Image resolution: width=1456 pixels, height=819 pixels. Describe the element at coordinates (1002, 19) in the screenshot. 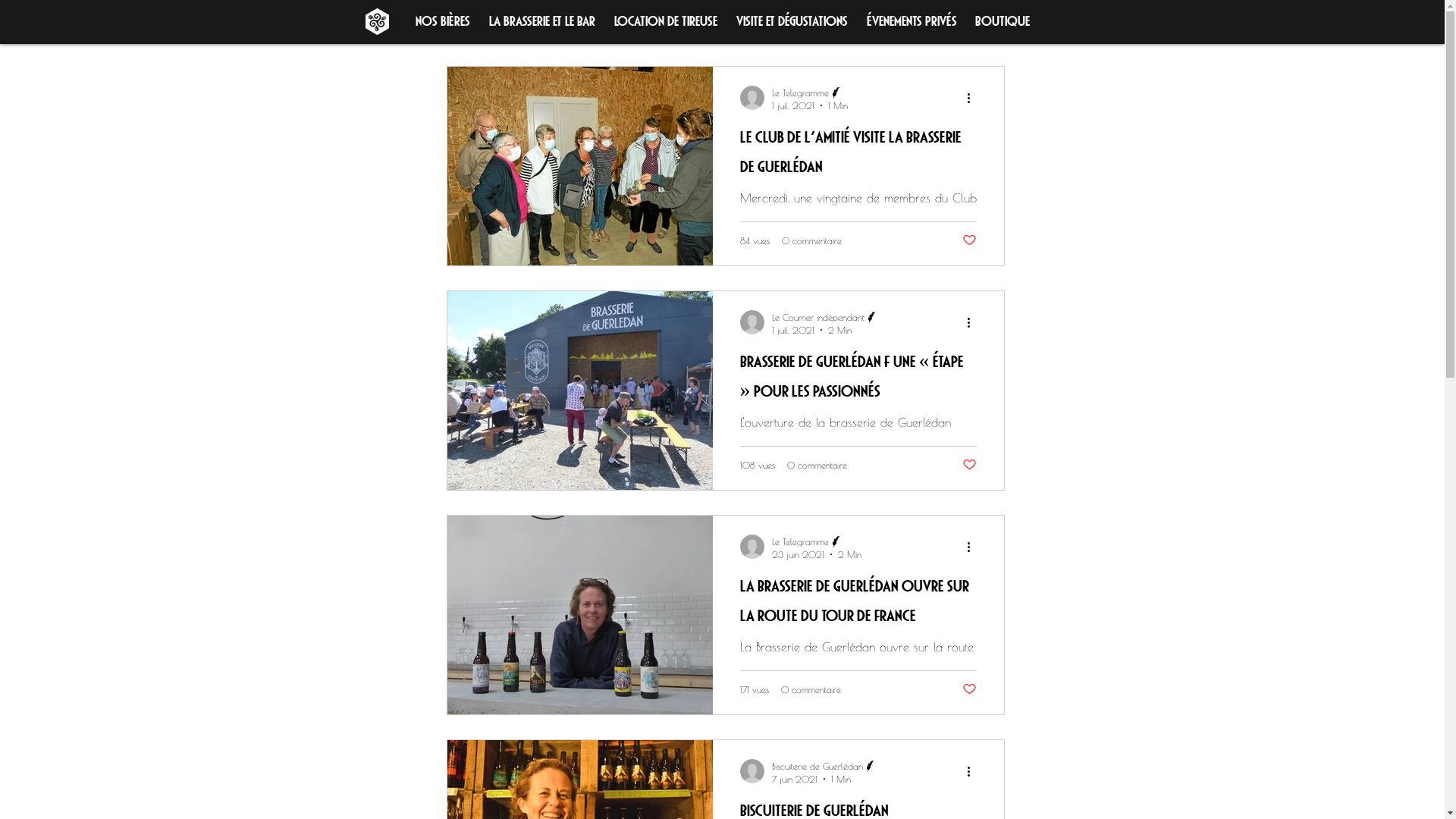

I see `'Boutique'` at that location.